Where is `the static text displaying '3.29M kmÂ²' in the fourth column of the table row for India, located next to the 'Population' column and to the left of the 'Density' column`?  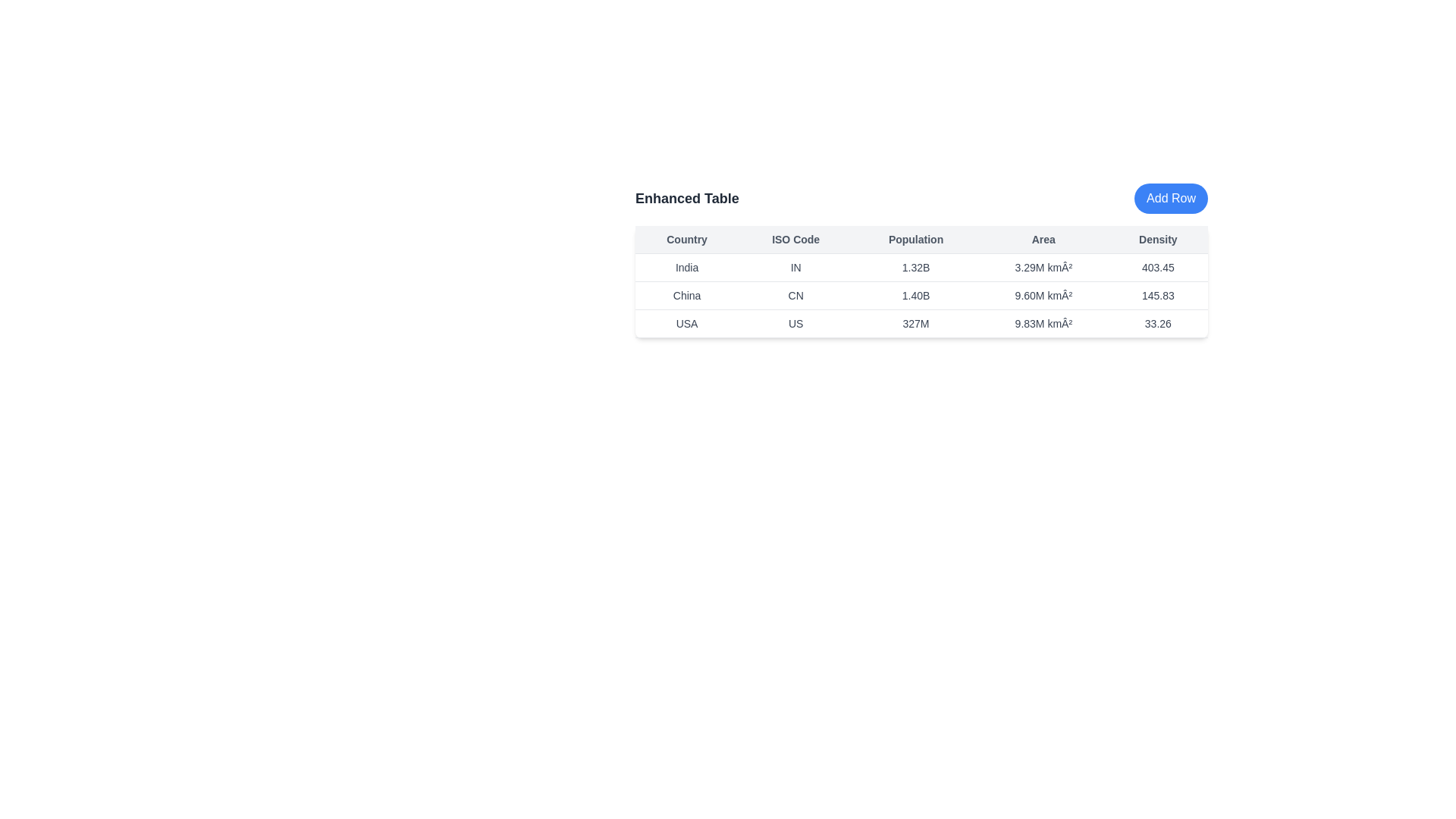
the static text displaying '3.29M kmÂ²' in the fourth column of the table row for India, located next to the 'Population' column and to the left of the 'Density' column is located at coordinates (1043, 267).